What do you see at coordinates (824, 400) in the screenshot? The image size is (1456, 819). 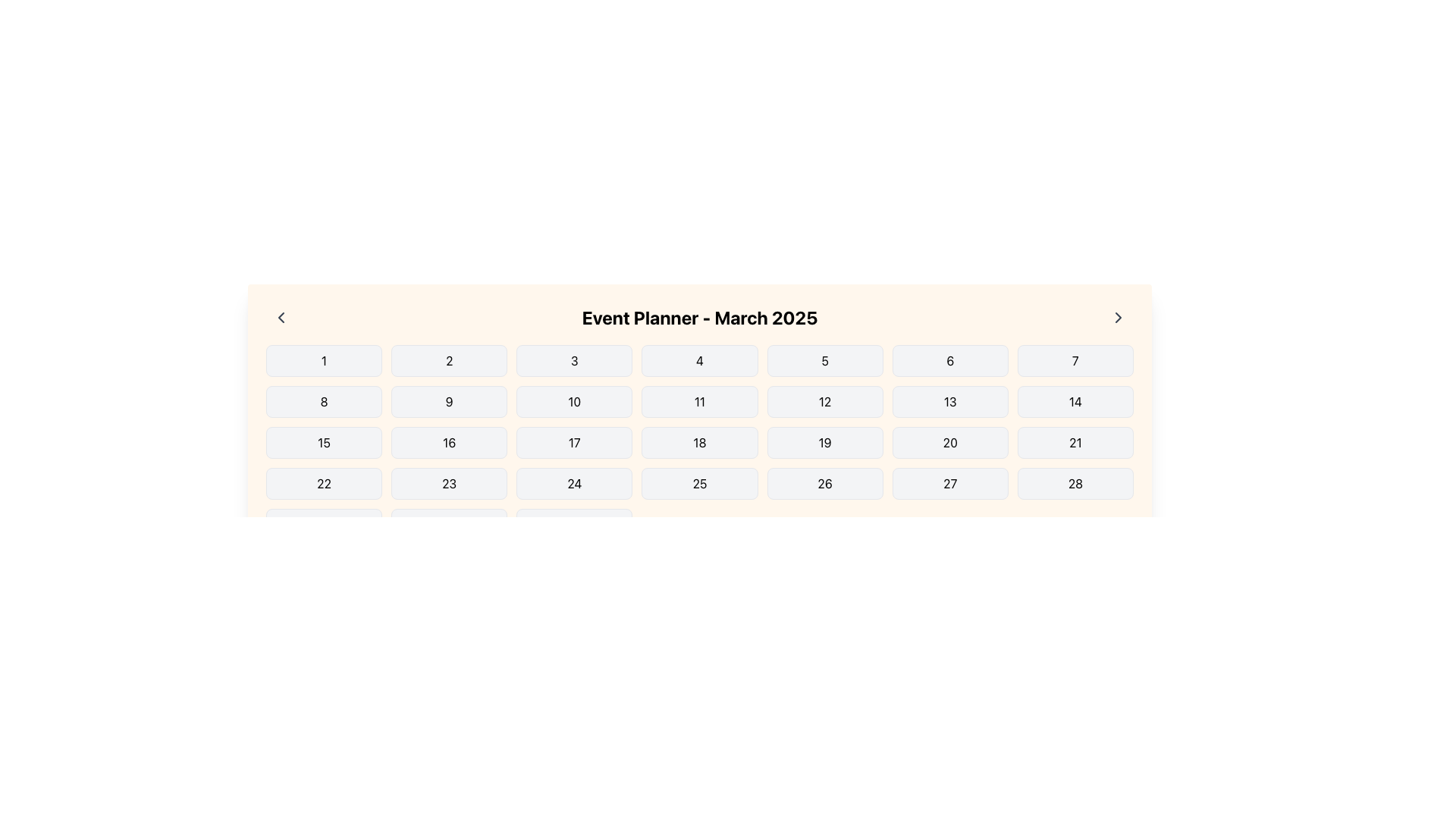 I see `the button displaying the number '12' in black text, which is part of the Event Planner calendar interface` at bounding box center [824, 400].